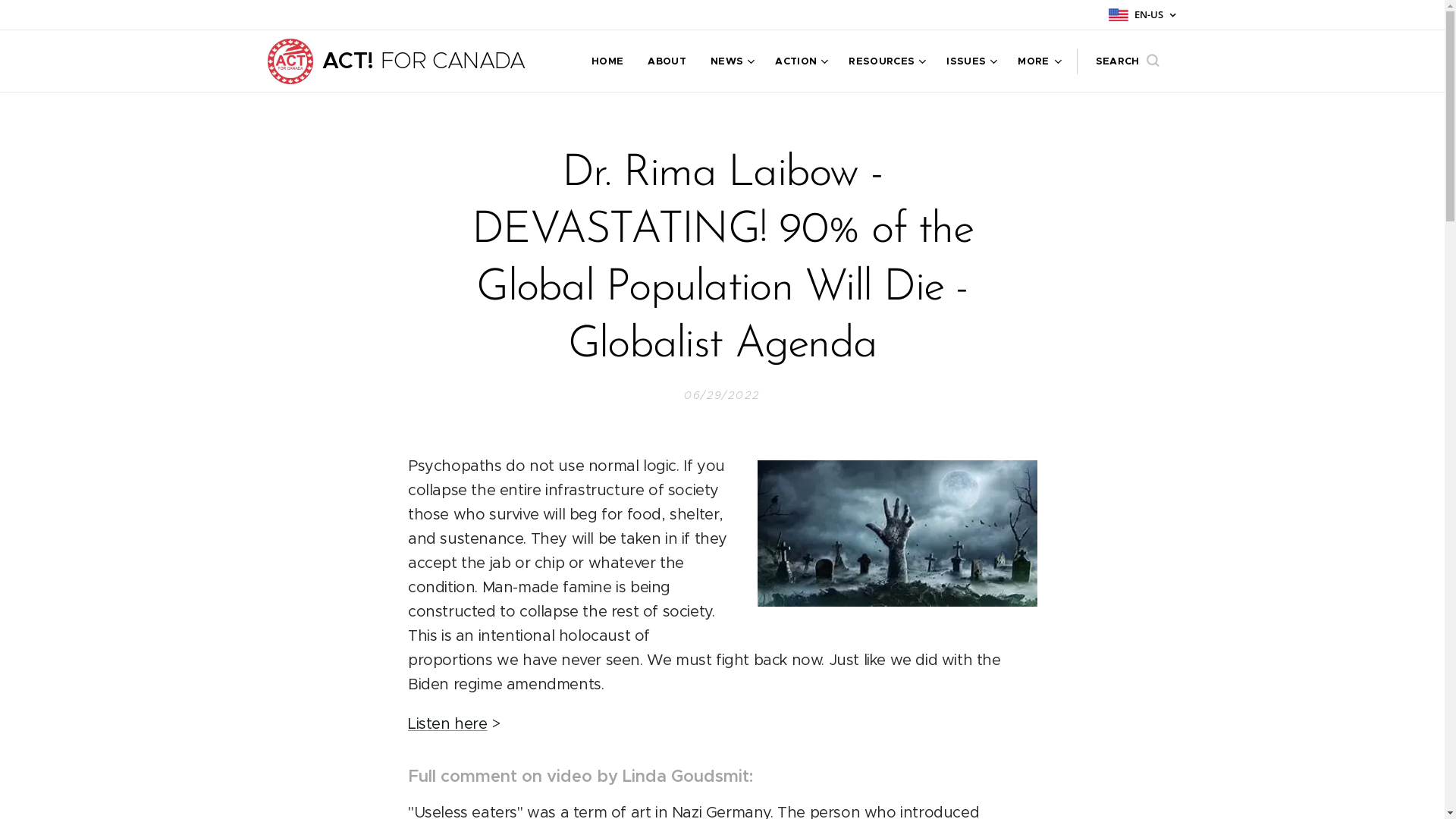 The width and height of the screenshot is (1456, 819). Describe the element at coordinates (1032, 61) in the screenshot. I see `'MORE'` at that location.